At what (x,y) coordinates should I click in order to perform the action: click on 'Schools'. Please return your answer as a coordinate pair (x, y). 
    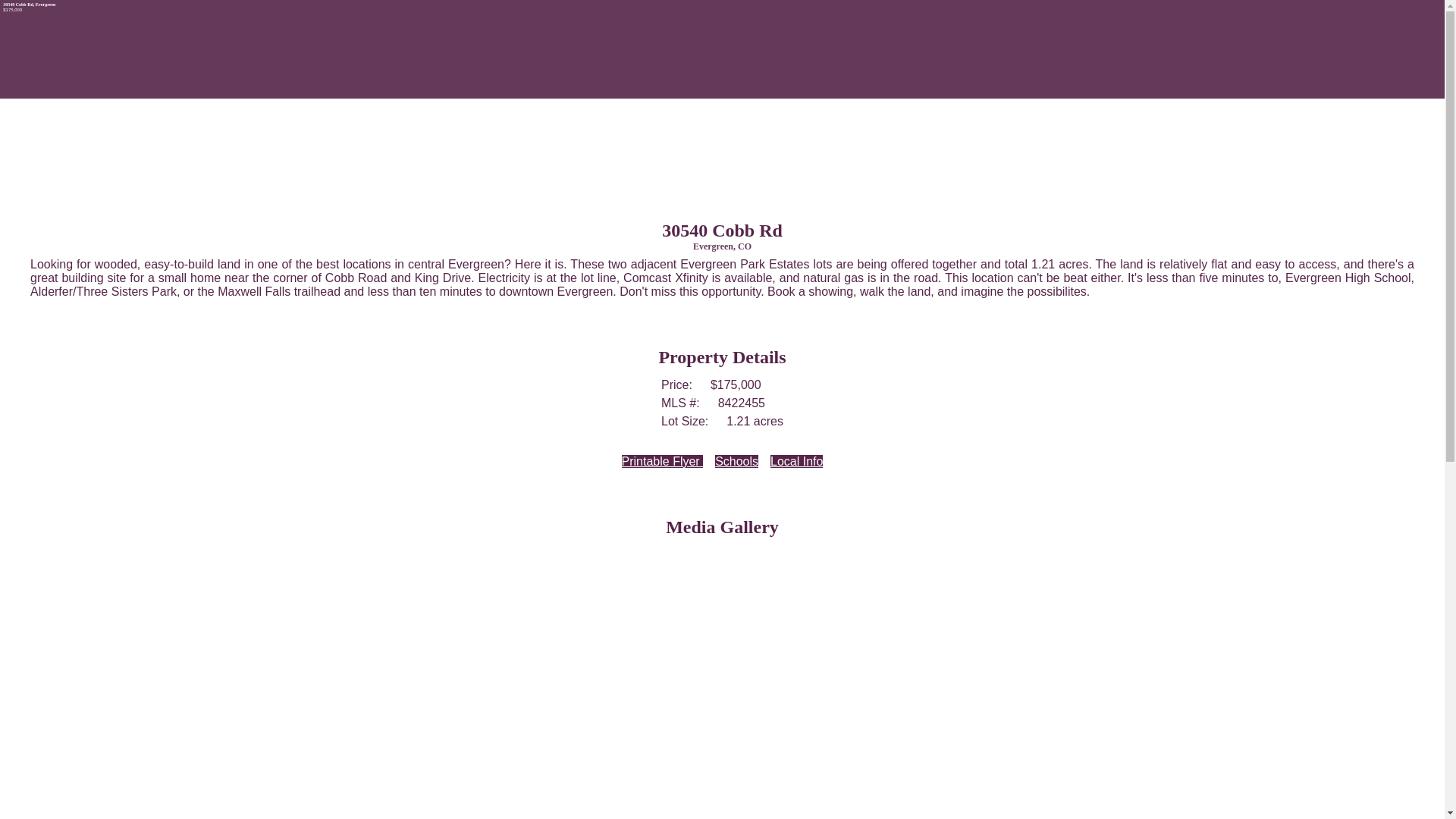
    Looking at the image, I should click on (736, 460).